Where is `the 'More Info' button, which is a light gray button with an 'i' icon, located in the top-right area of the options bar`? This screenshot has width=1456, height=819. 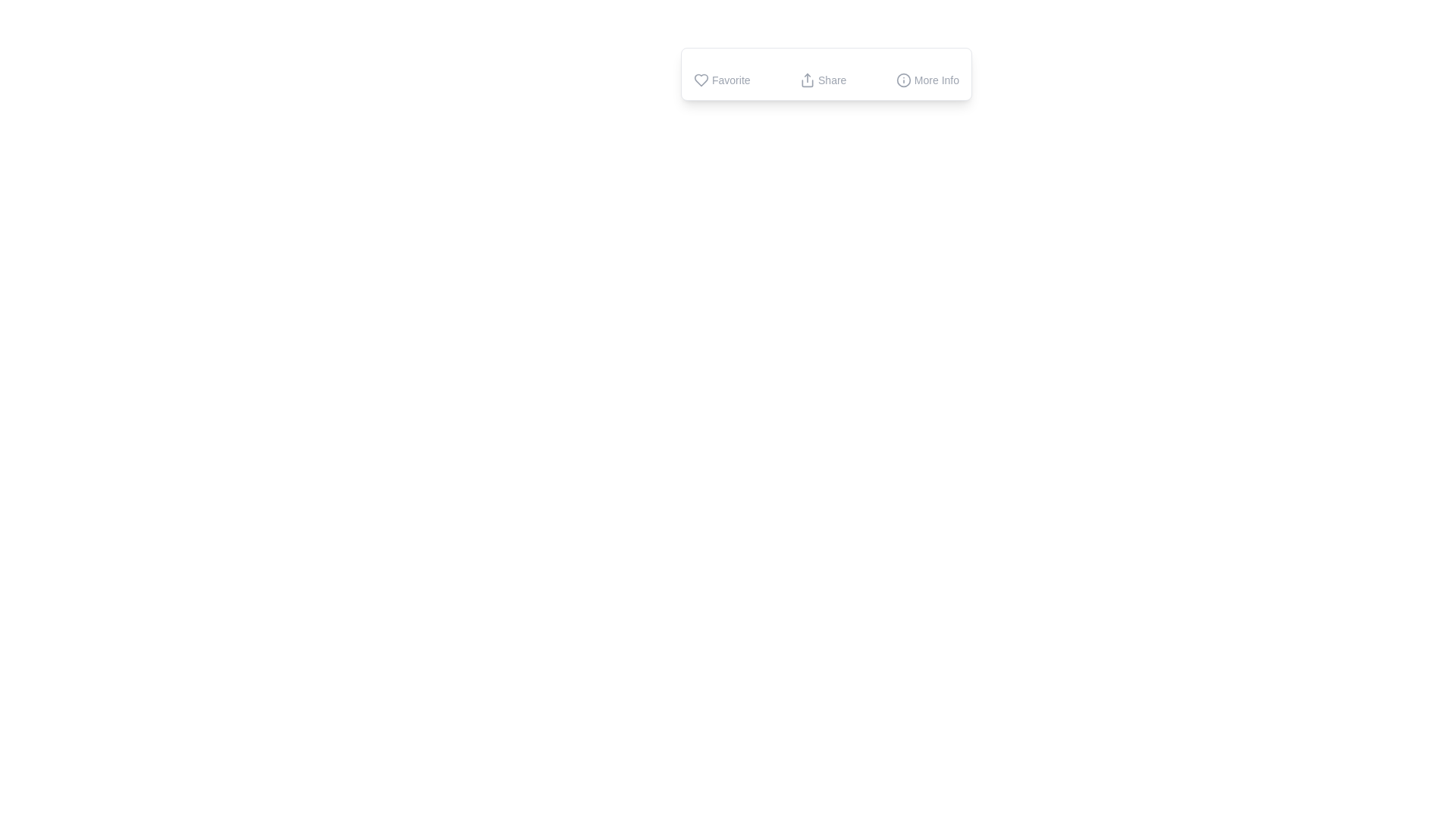
the 'More Info' button, which is a light gray button with an 'i' icon, located in the top-right area of the options bar is located at coordinates (927, 80).